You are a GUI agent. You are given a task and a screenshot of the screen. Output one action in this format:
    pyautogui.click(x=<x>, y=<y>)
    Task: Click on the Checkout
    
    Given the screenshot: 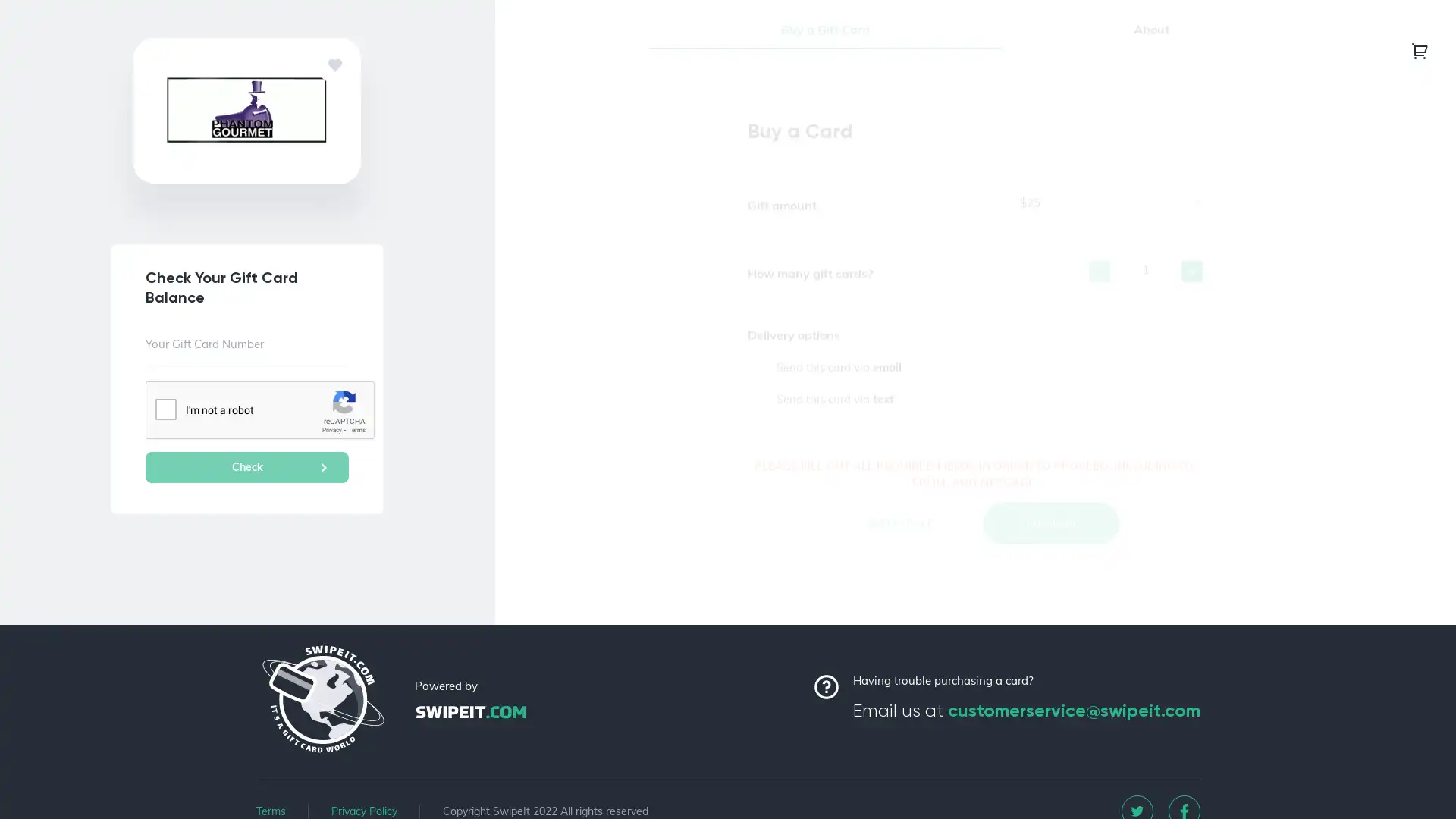 What is the action you would take?
    pyautogui.click(x=1050, y=542)
    